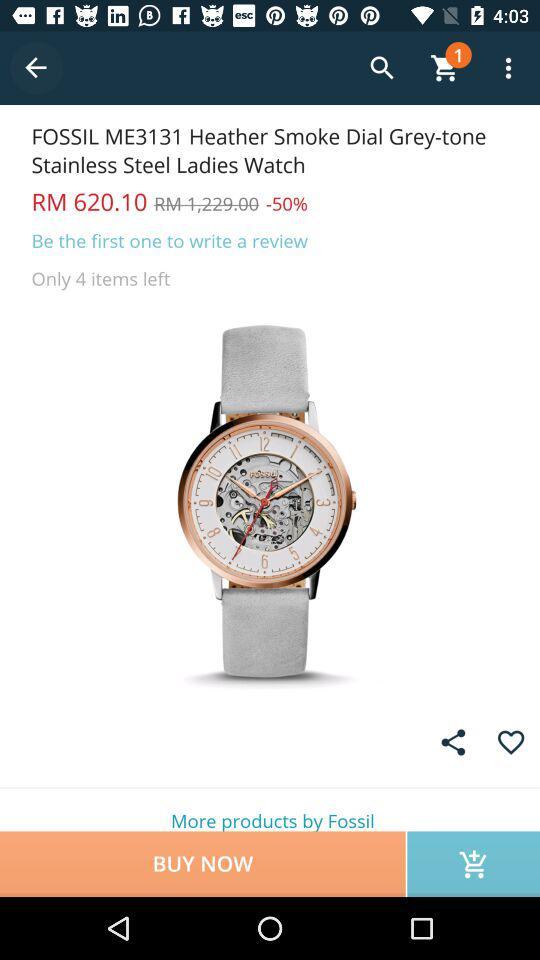 The width and height of the screenshot is (540, 960). I want to click on previous page, so click(36, 68).